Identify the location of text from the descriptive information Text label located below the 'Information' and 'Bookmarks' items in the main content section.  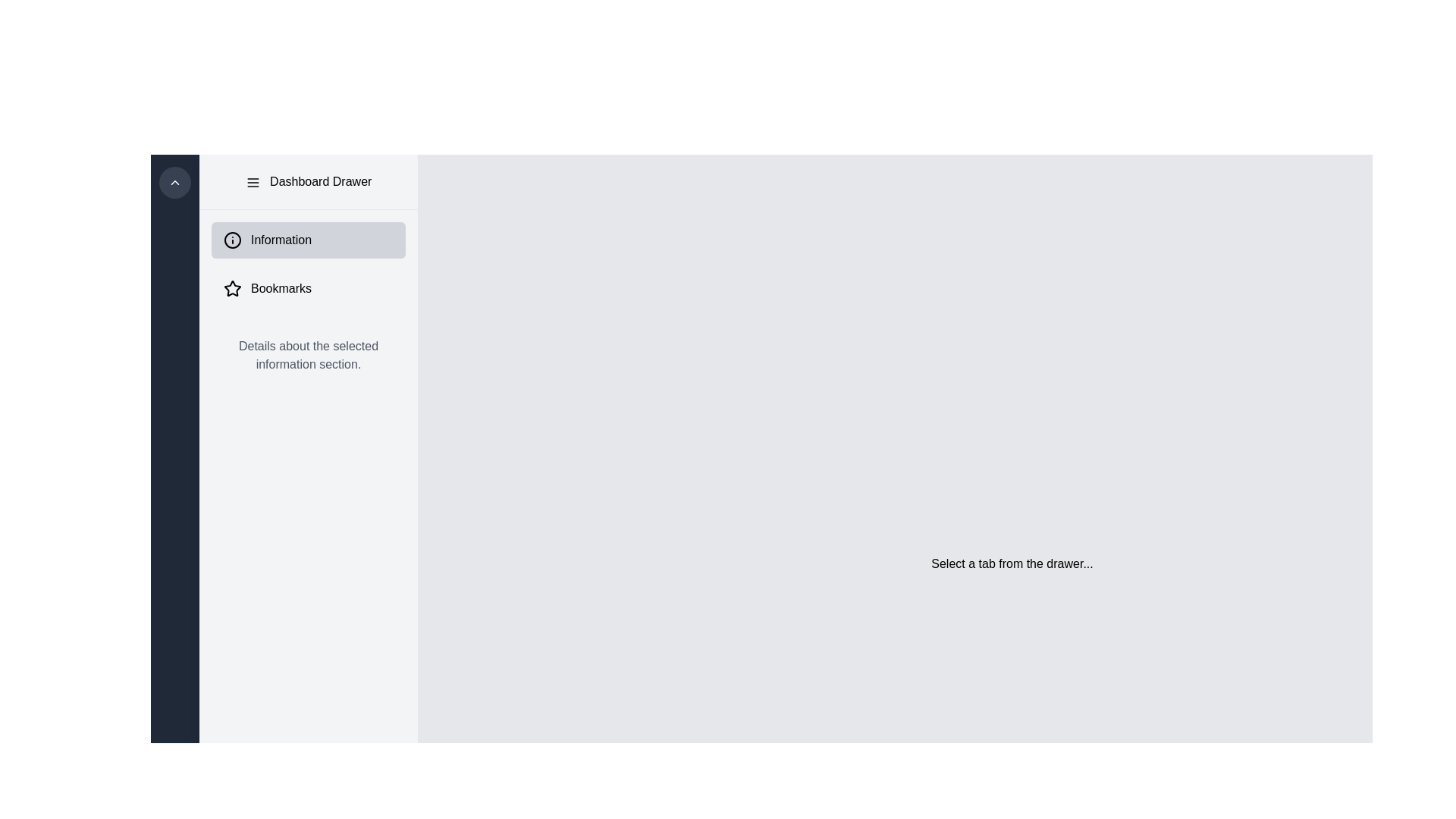
(308, 356).